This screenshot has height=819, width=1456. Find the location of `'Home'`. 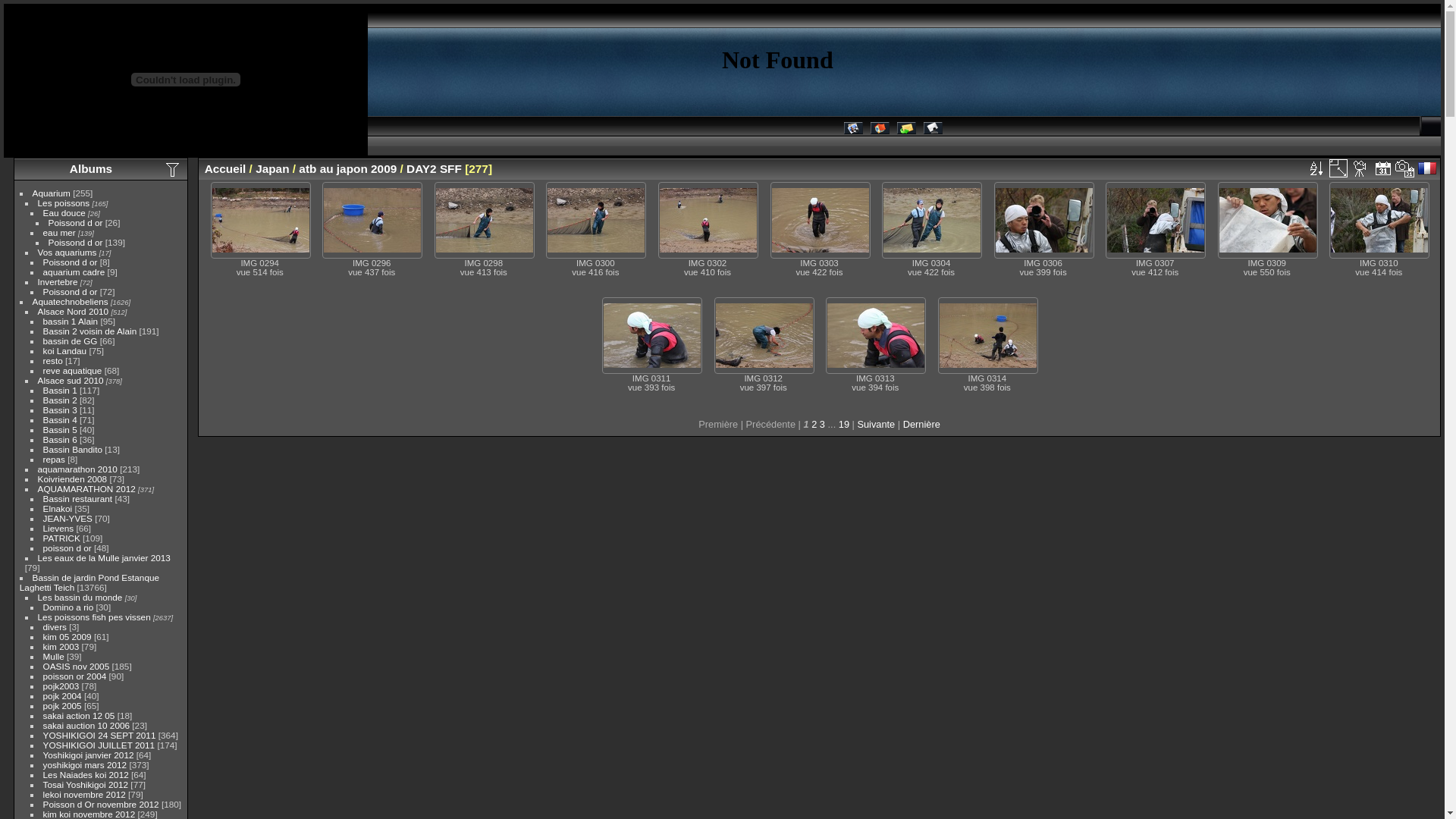

'Home' is located at coordinates (880, 130).